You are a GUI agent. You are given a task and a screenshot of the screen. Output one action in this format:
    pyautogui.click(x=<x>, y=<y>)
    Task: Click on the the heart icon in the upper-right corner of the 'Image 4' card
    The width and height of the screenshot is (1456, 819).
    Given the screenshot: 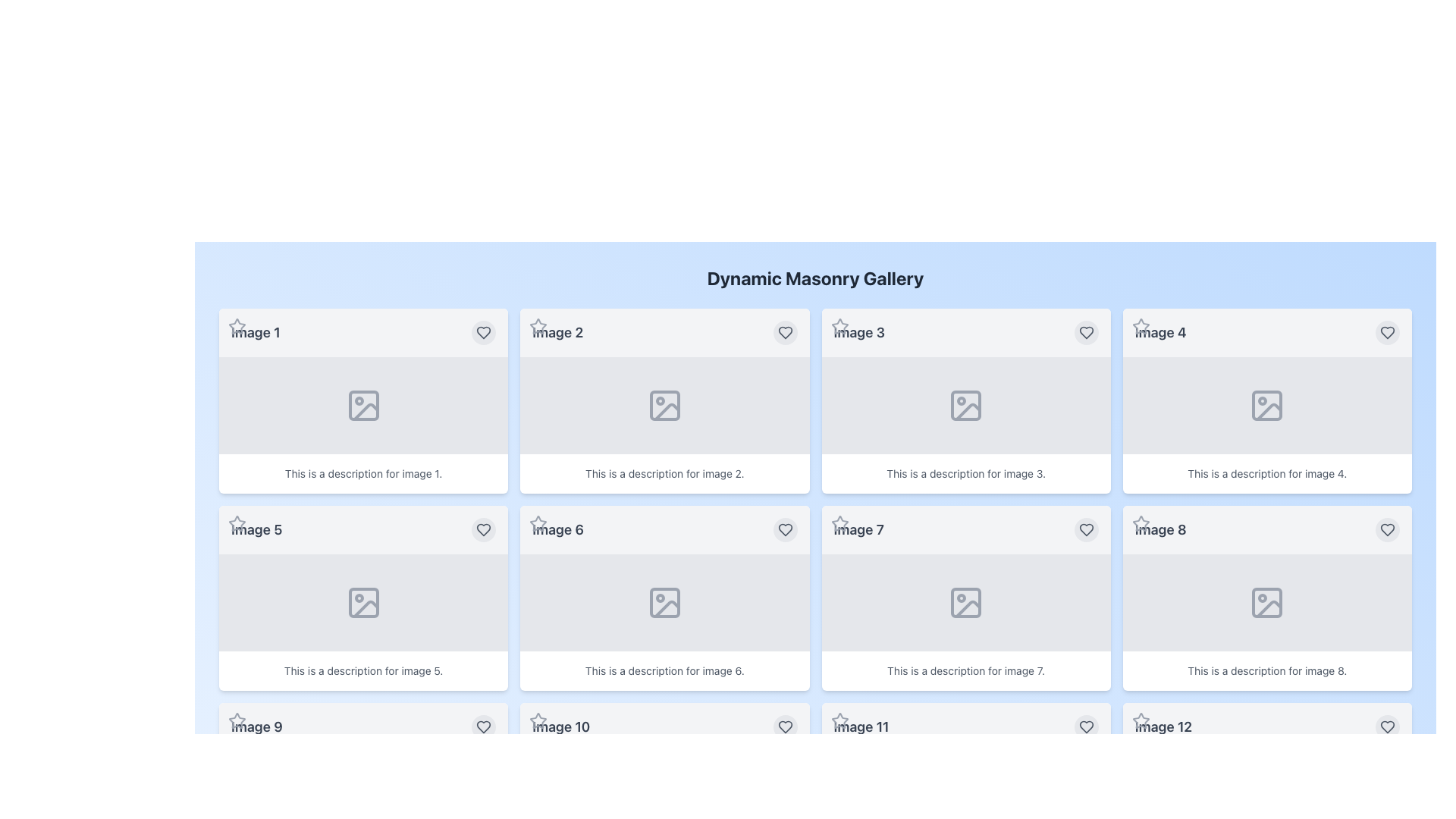 What is the action you would take?
    pyautogui.click(x=1387, y=332)
    